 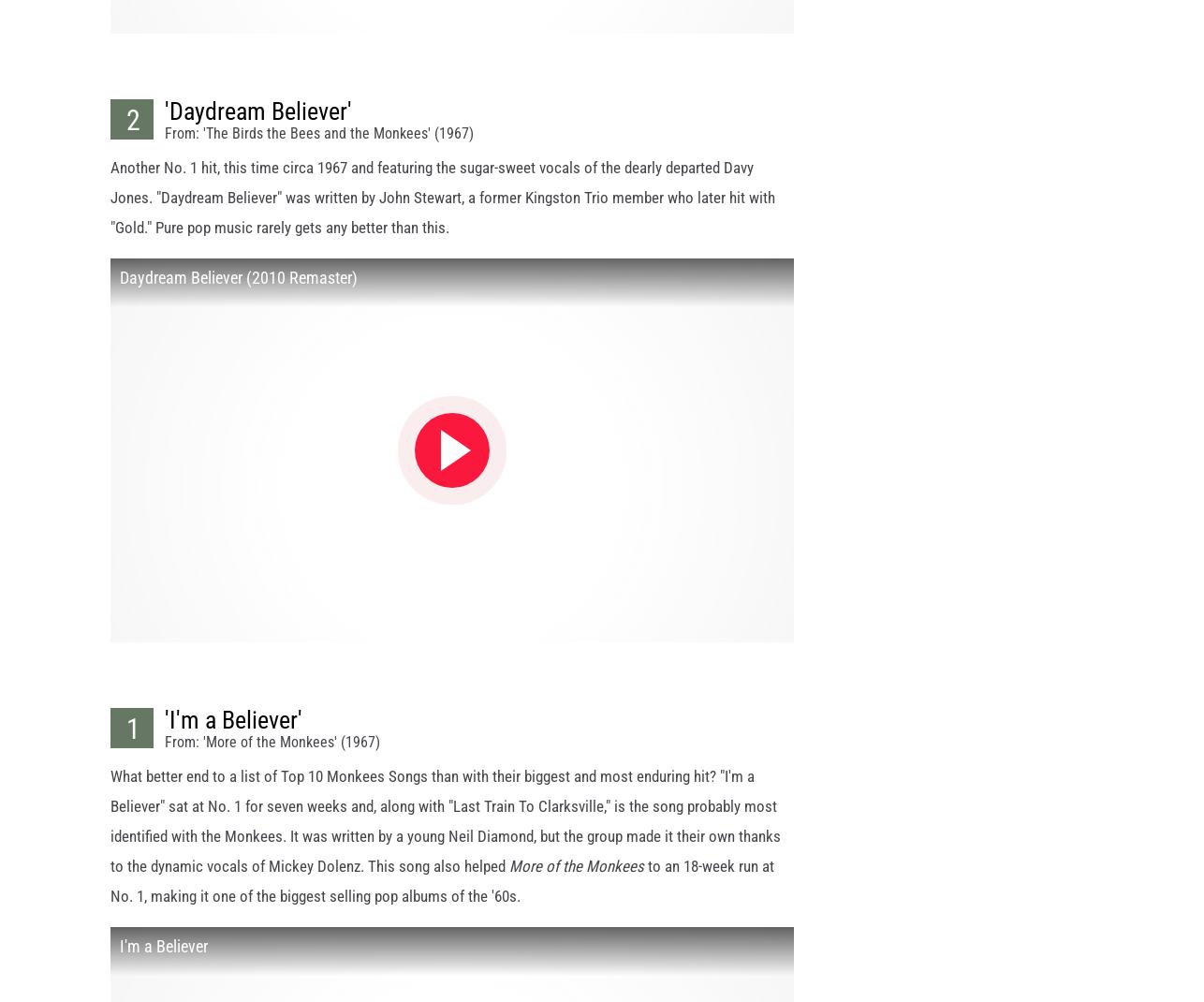 What do you see at coordinates (125, 137) in the screenshot?
I see `'2'` at bounding box center [125, 137].